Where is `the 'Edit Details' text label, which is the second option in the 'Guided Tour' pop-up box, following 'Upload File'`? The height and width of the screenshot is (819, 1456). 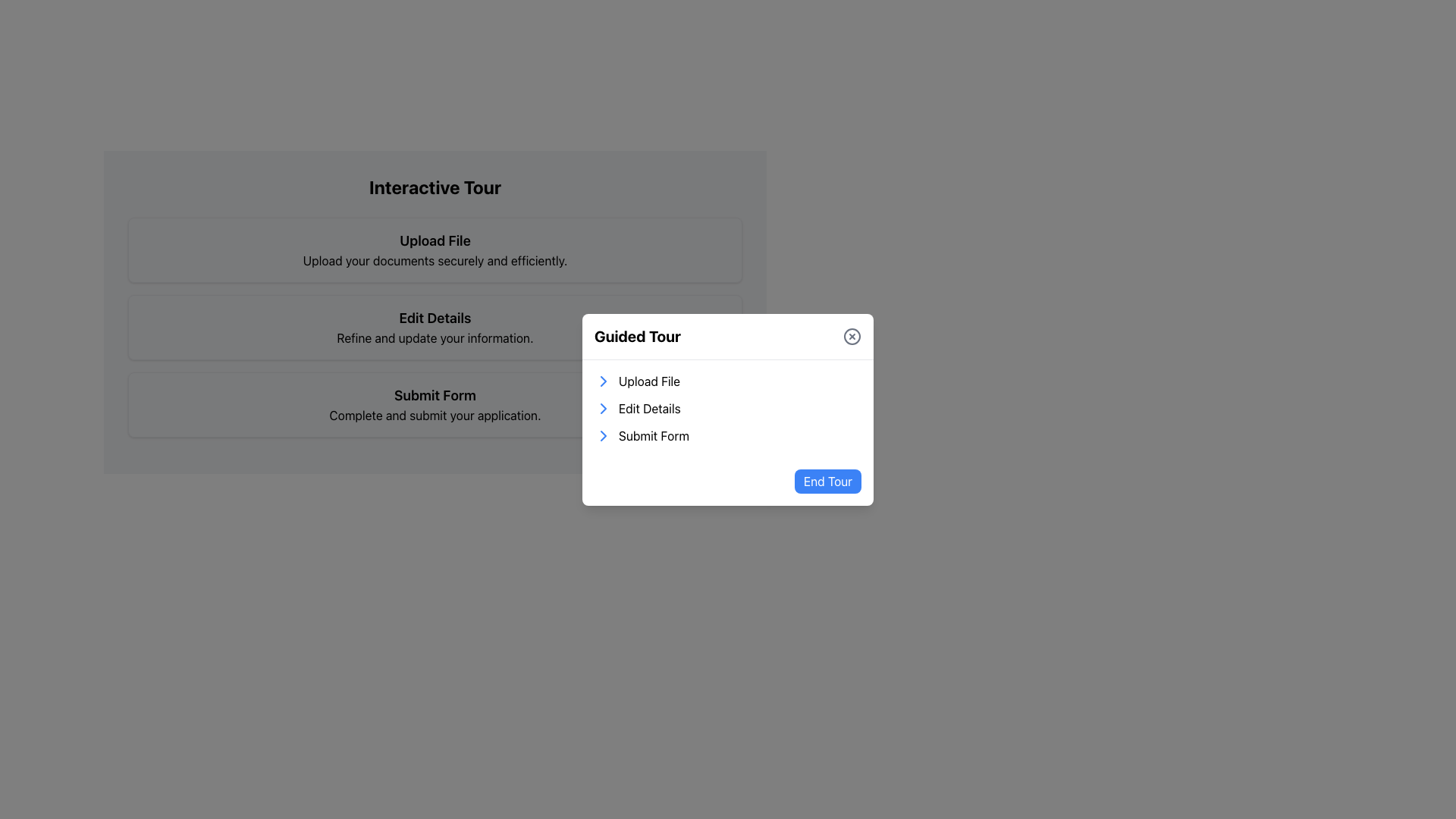
the 'Edit Details' text label, which is the second option in the 'Guided Tour' pop-up box, following 'Upload File' is located at coordinates (649, 407).